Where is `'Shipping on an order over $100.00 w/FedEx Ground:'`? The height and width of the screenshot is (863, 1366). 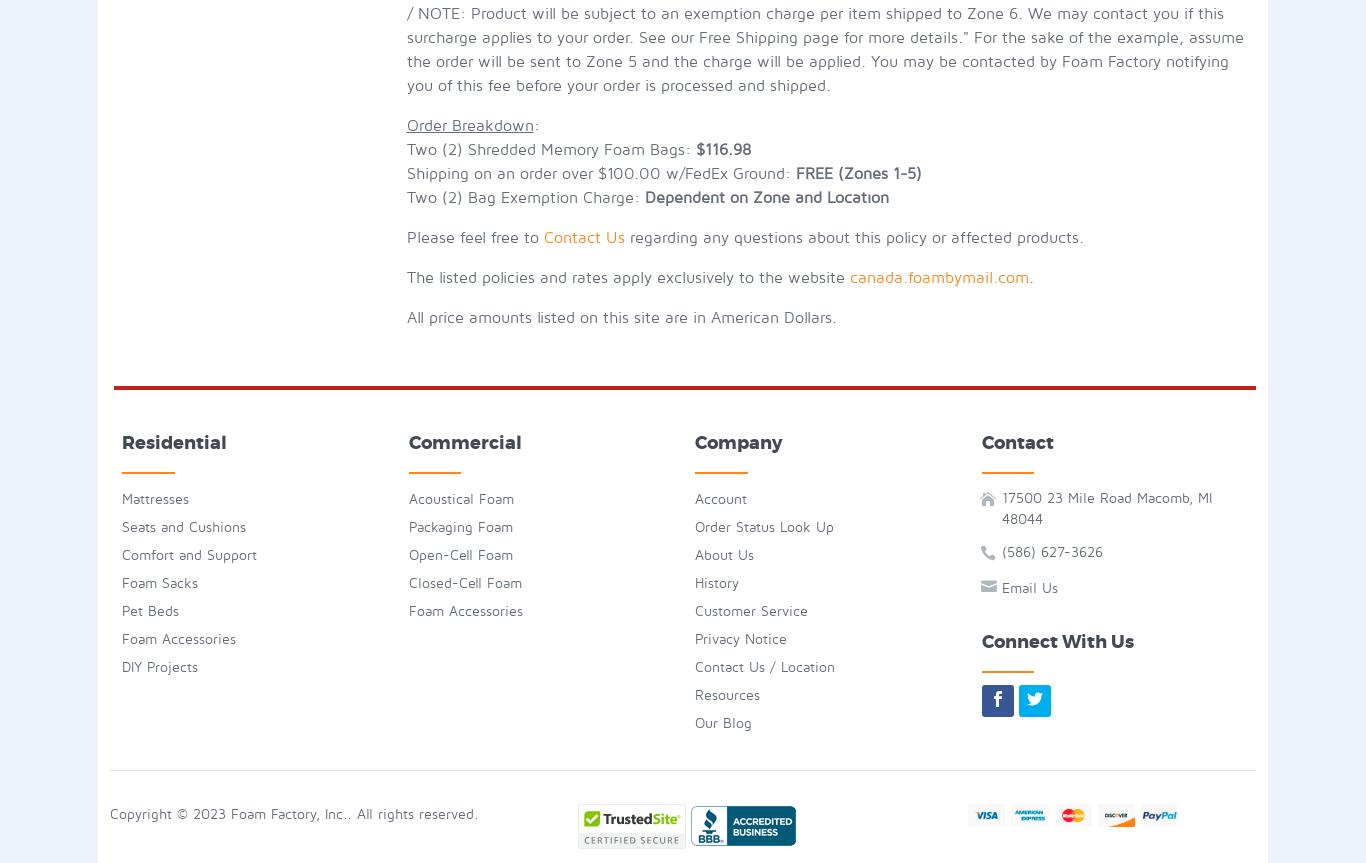 'Shipping on an order over $100.00 w/FedEx Ground:' is located at coordinates (404, 173).